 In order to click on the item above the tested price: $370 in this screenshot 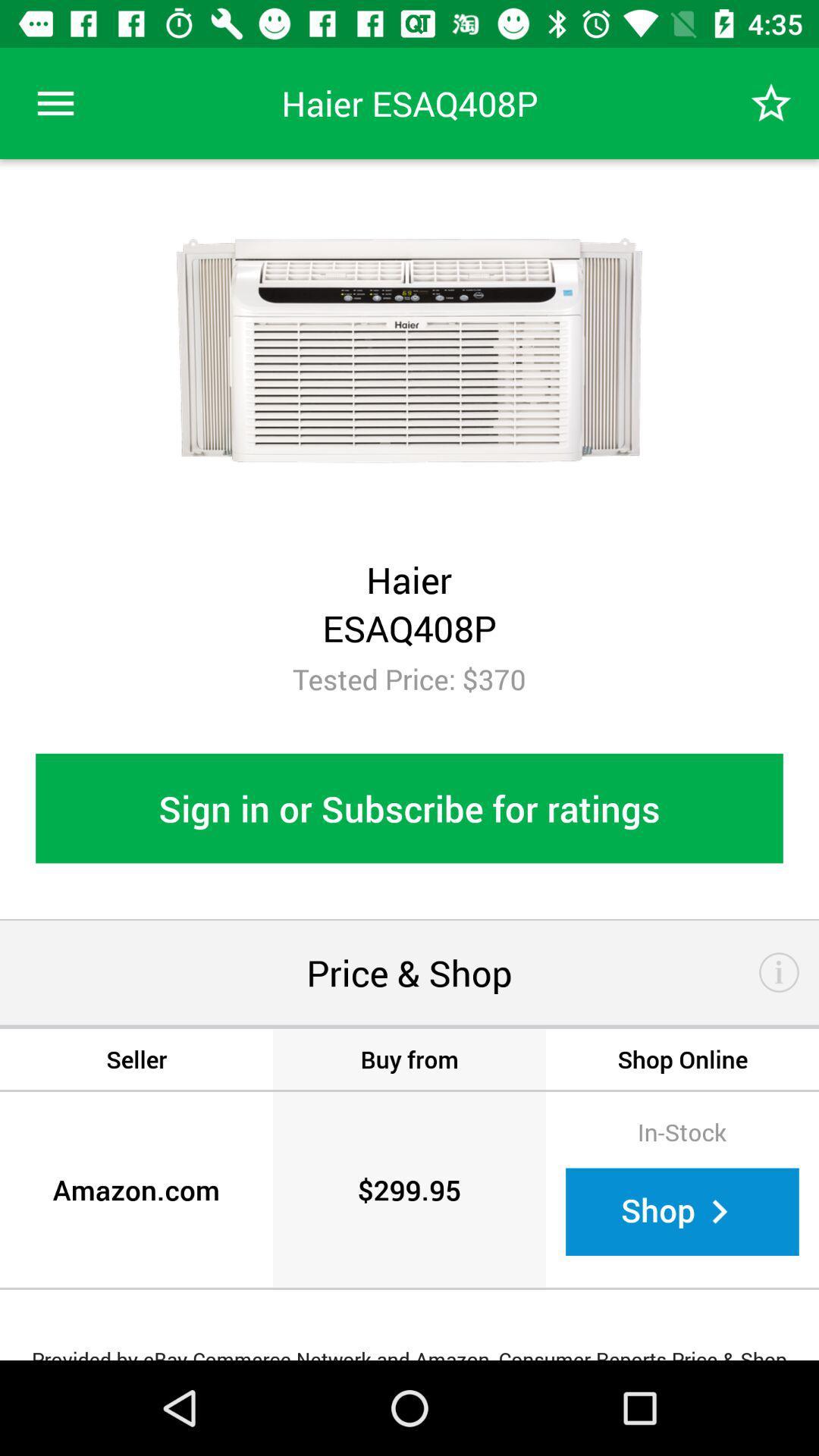, I will do `click(55, 102)`.